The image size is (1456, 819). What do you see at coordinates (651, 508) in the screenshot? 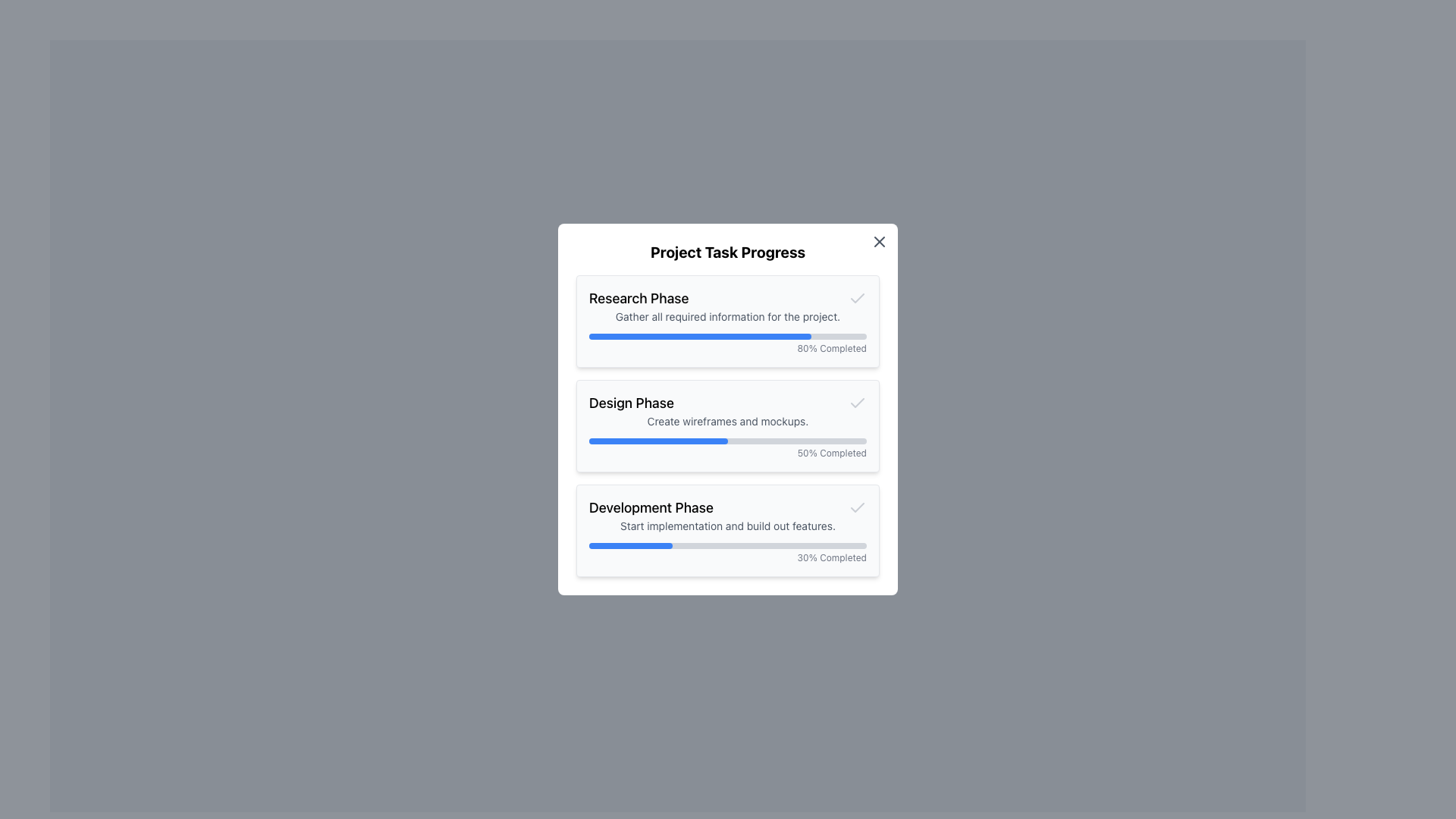
I see `the text element displaying 'Development Phase', which is the left-aligned title of the third list item in a vertical arrangement of phases, located below 'Research Phase' and 'Design Phase'` at bounding box center [651, 508].